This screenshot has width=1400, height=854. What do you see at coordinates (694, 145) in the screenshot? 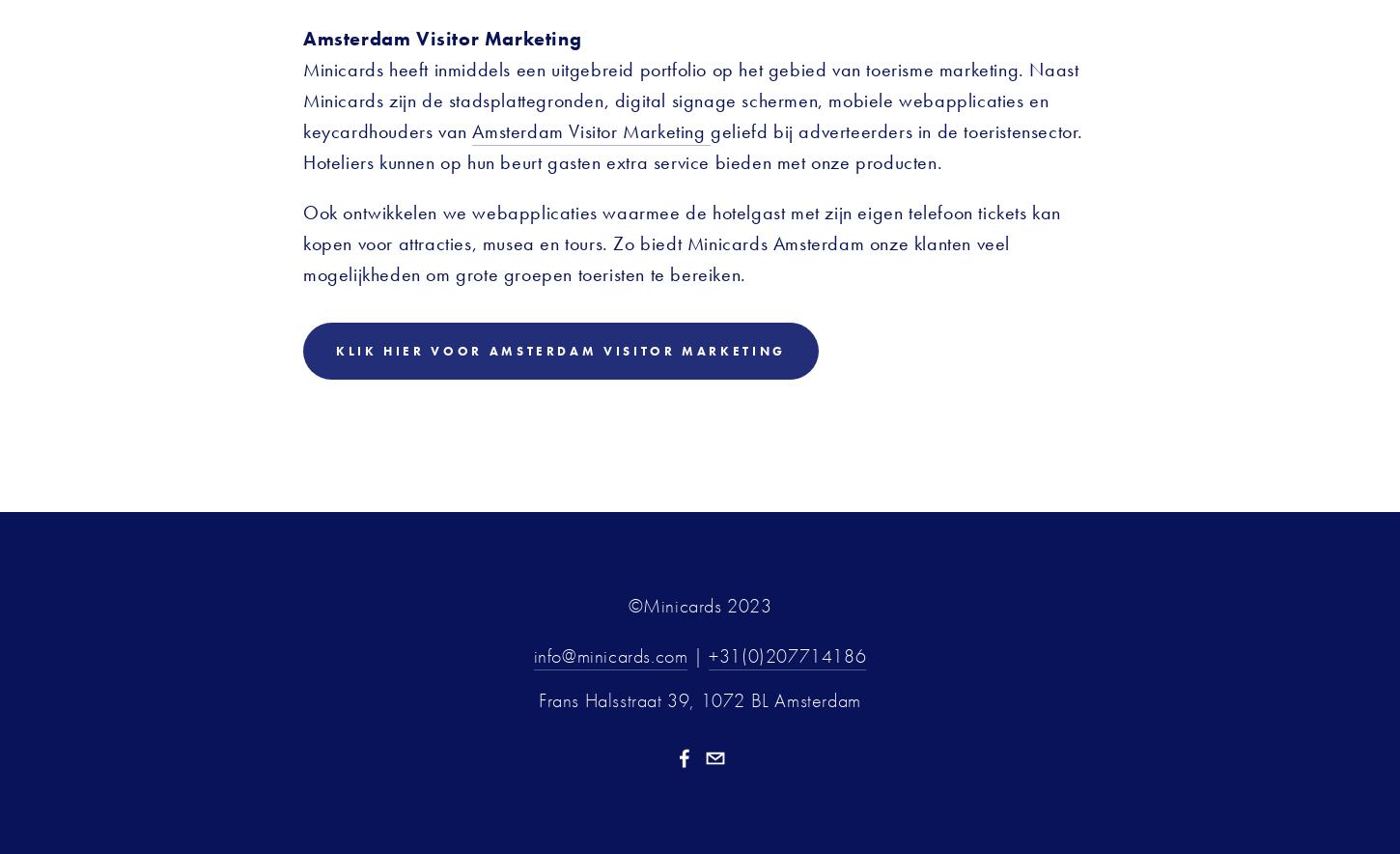
I see `'geliefd bij adverteerders in de toeristensector. Hoteliers kunnen op hun beurt gasten extra service bieden met onze producten.'` at bounding box center [694, 145].